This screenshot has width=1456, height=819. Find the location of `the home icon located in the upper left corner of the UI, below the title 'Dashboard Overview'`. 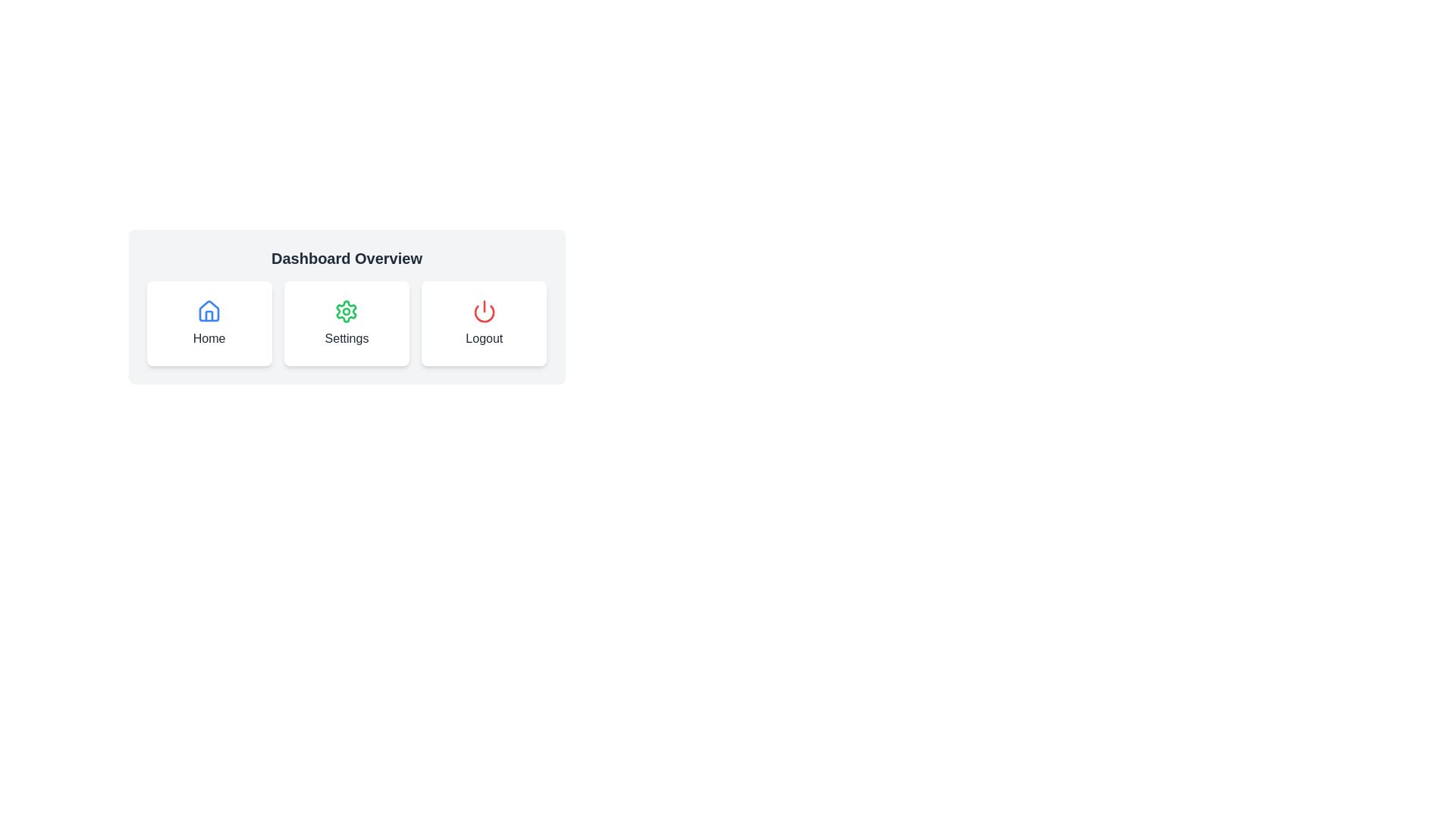

the home icon located in the upper left corner of the UI, below the title 'Dashboard Overview' is located at coordinates (209, 310).